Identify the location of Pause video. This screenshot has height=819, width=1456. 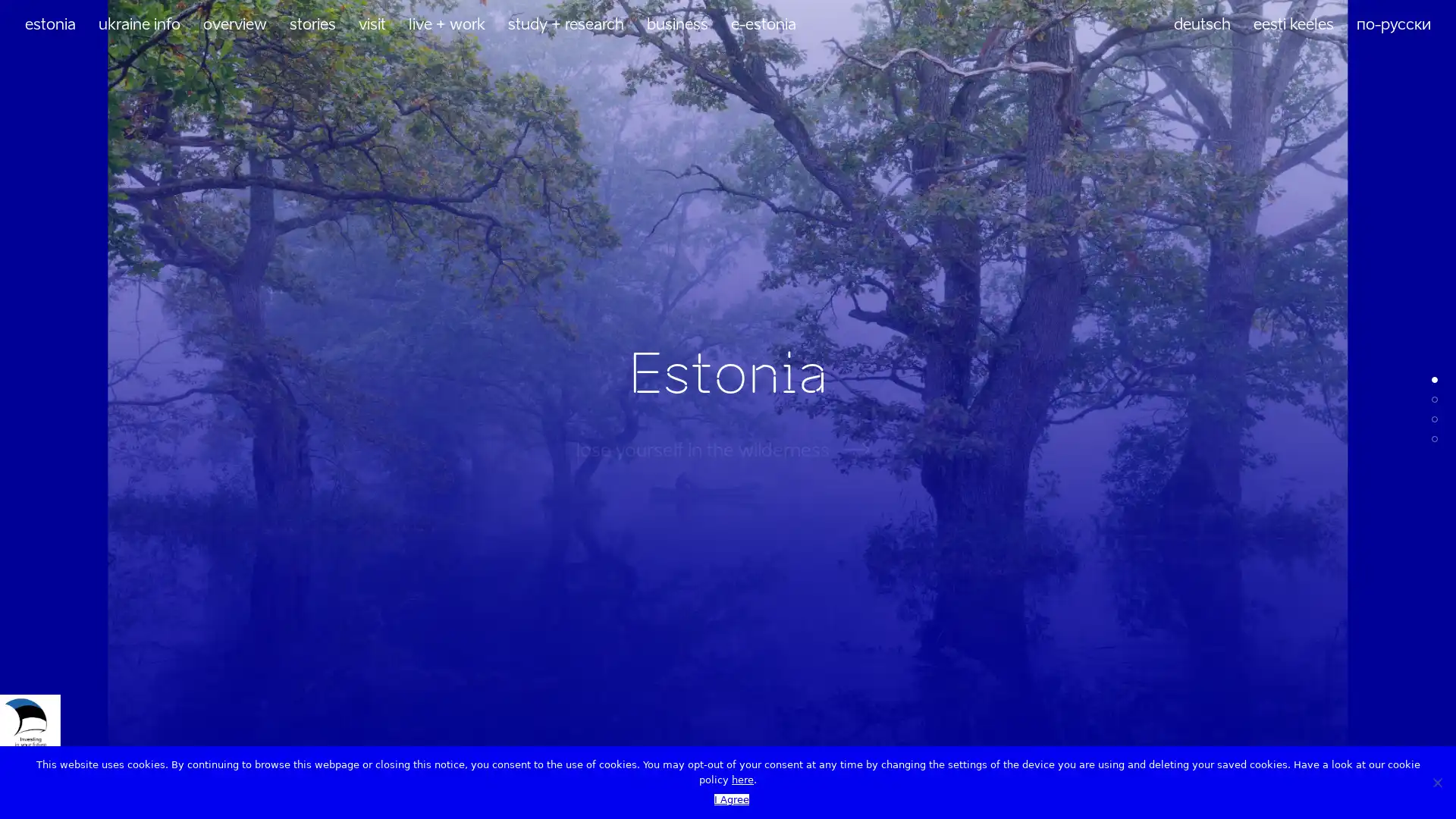
(1401, 775).